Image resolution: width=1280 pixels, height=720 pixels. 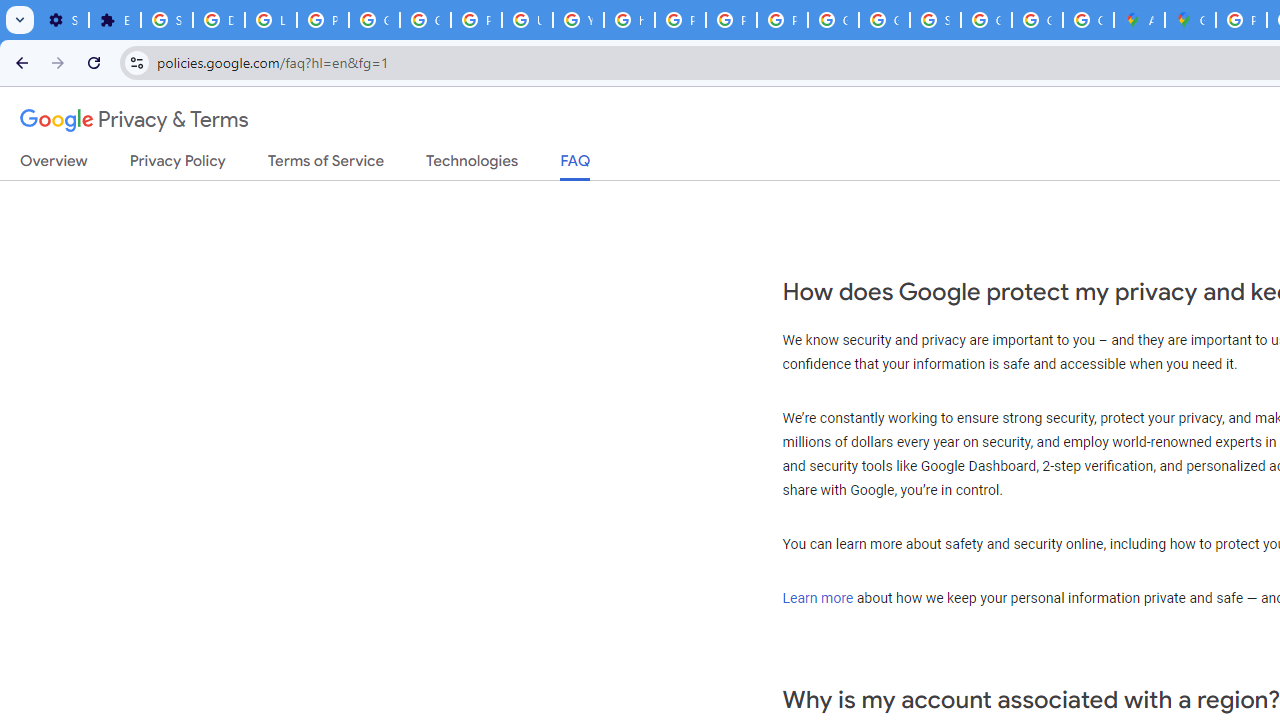 I want to click on 'Sign in - Google Accounts', so click(x=167, y=20).